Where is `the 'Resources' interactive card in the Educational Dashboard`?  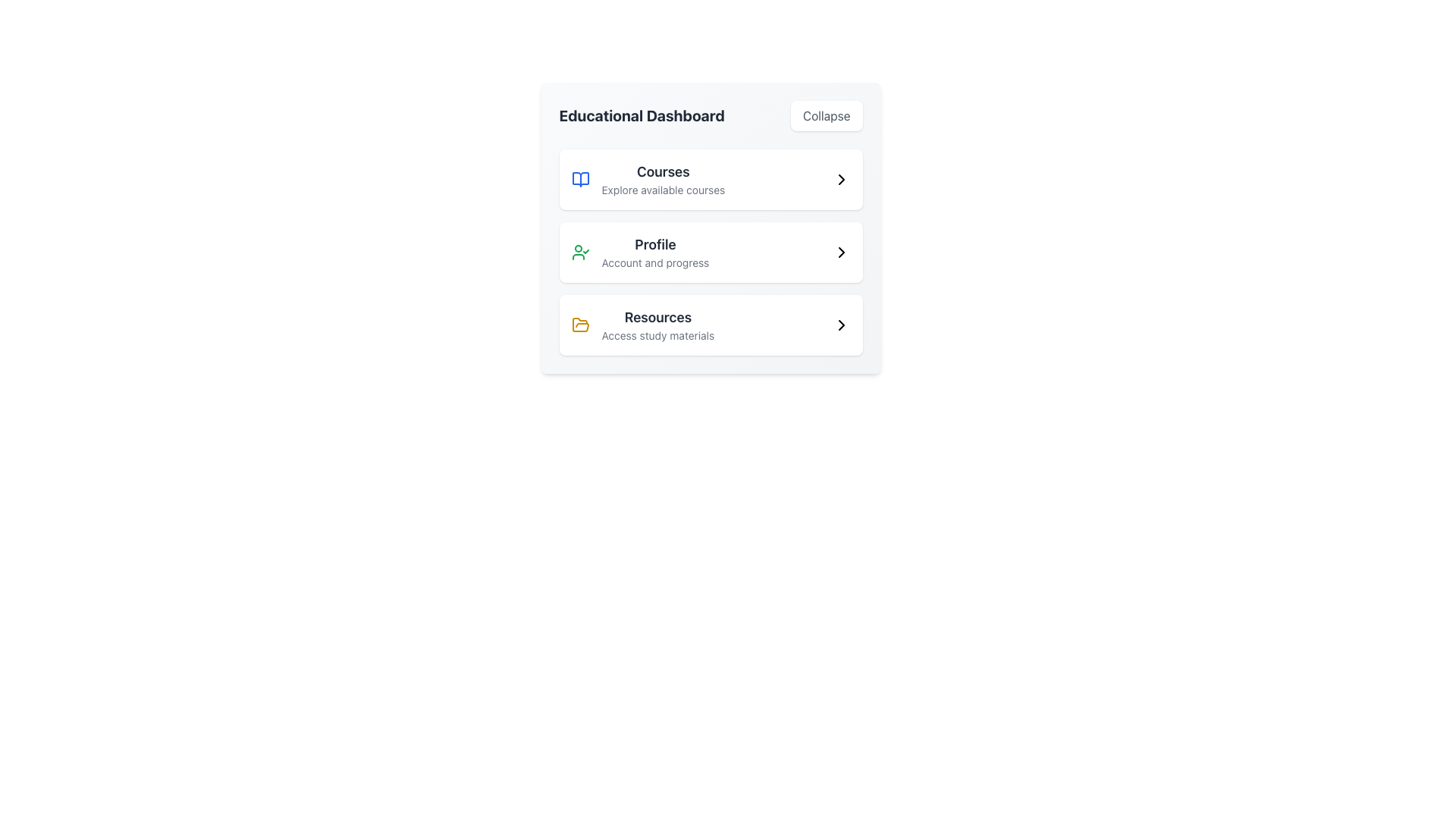 the 'Resources' interactive card in the Educational Dashboard is located at coordinates (710, 324).